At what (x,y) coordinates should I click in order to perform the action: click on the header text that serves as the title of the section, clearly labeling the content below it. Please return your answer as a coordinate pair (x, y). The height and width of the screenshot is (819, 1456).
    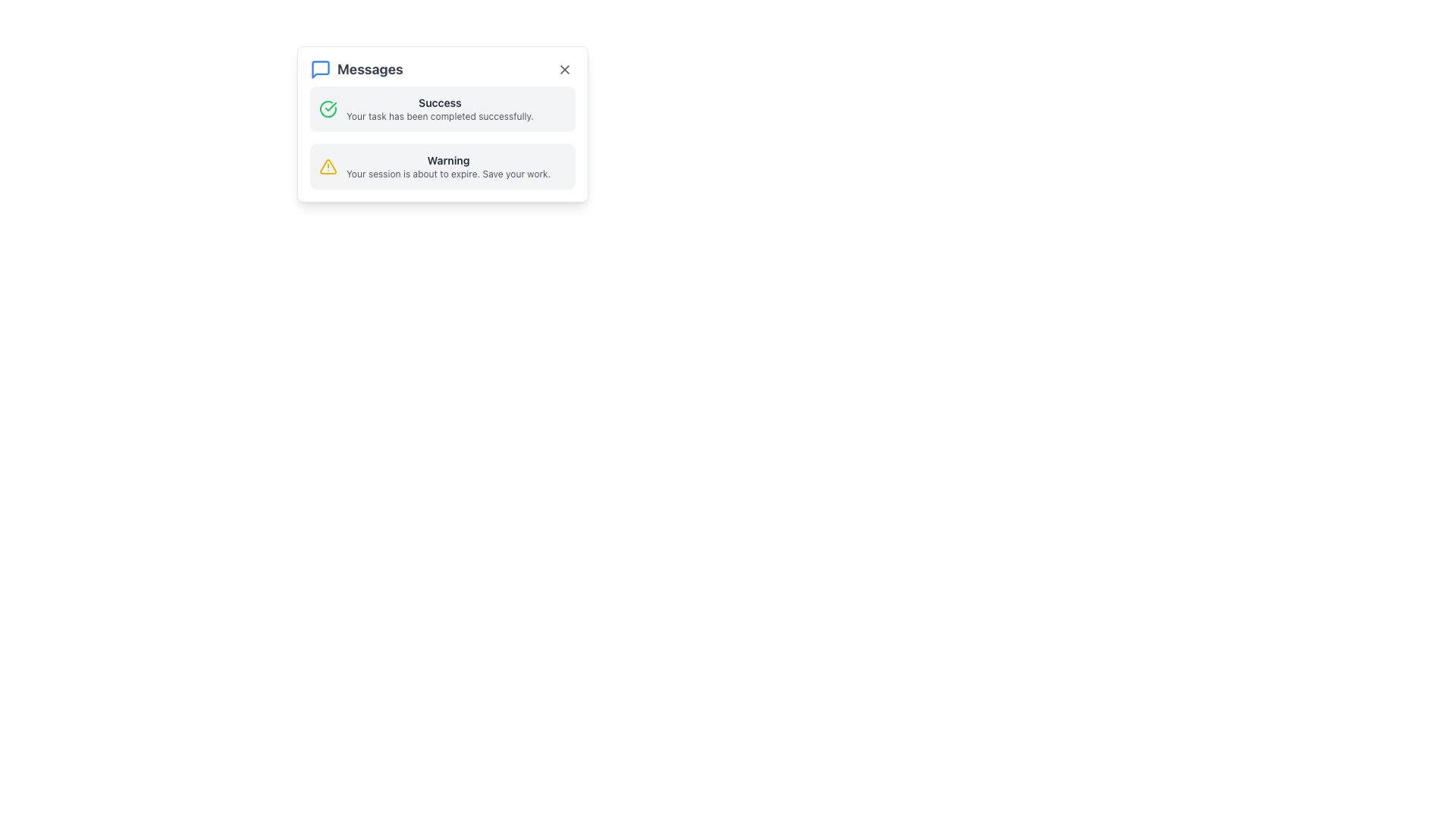
    Looking at the image, I should click on (356, 70).